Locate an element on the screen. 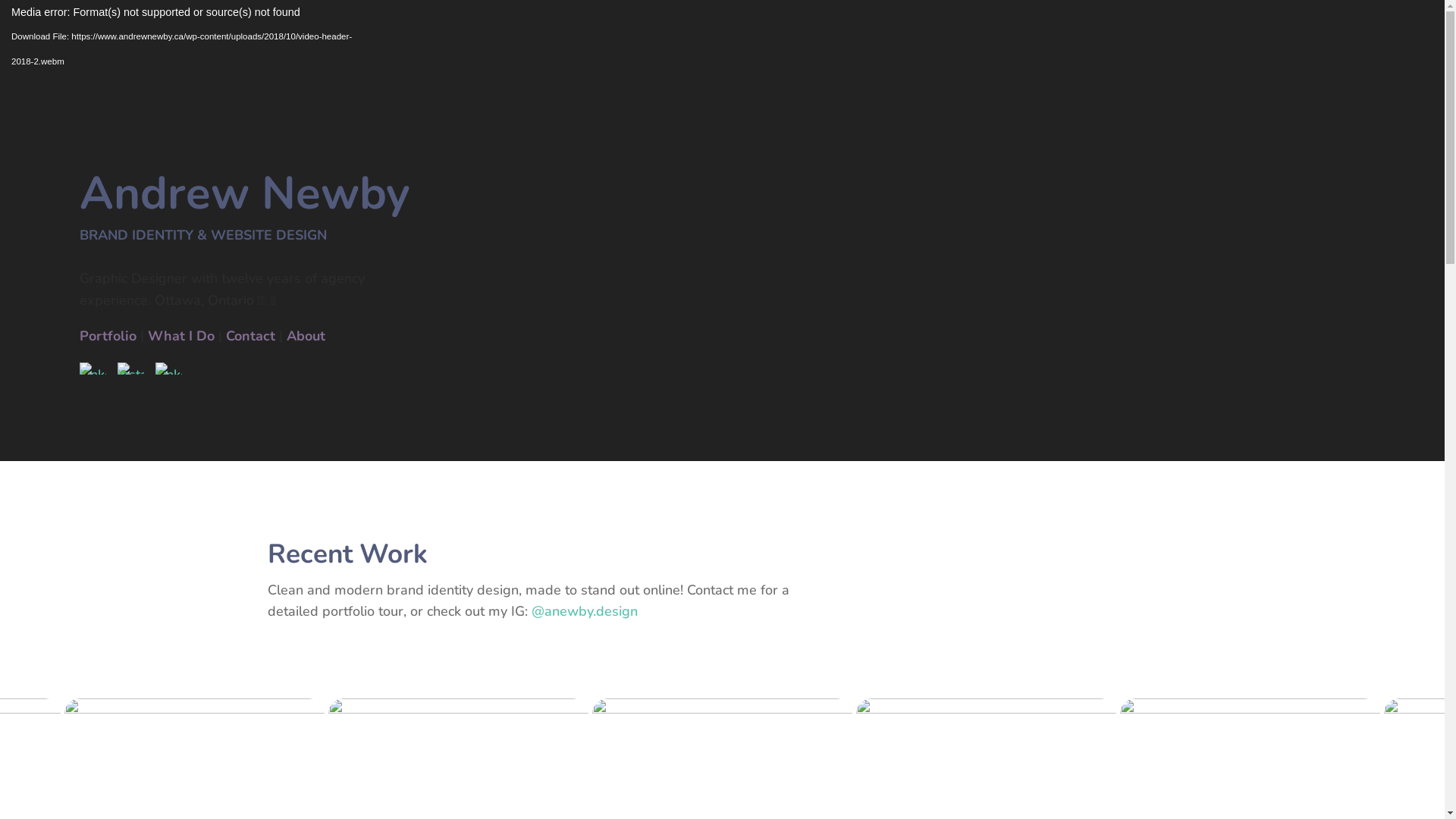 Image resolution: width=1456 pixels, height=819 pixels. 'Portfolio' is located at coordinates (107, 335).